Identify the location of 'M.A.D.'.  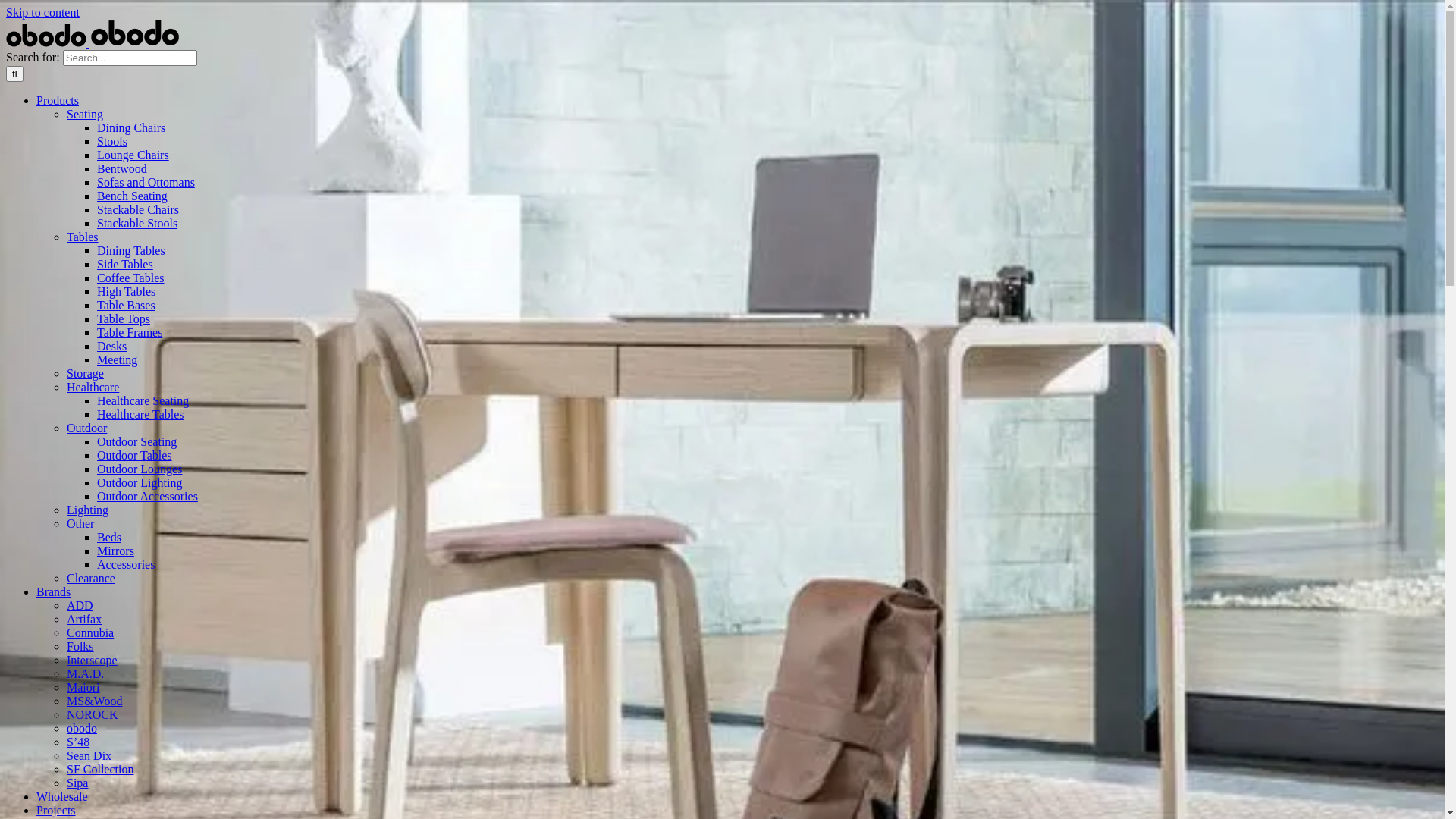
(84, 673).